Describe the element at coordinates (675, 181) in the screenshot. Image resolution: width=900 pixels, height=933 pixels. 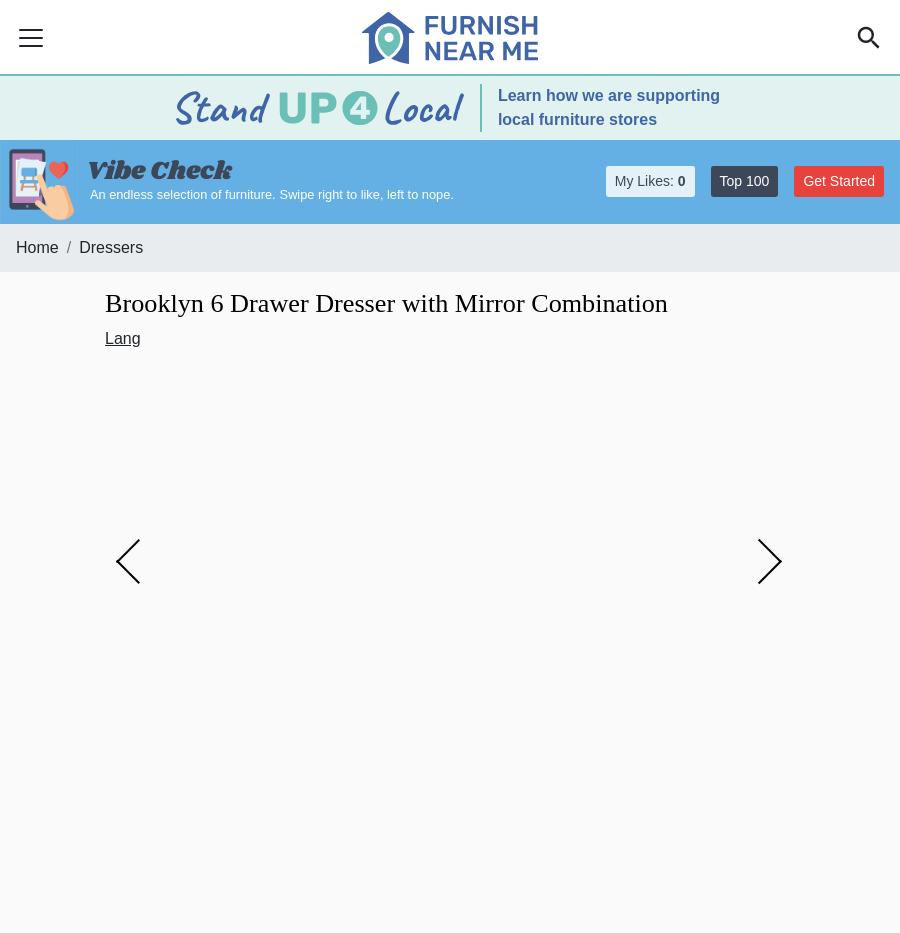
I see `'0'` at that location.